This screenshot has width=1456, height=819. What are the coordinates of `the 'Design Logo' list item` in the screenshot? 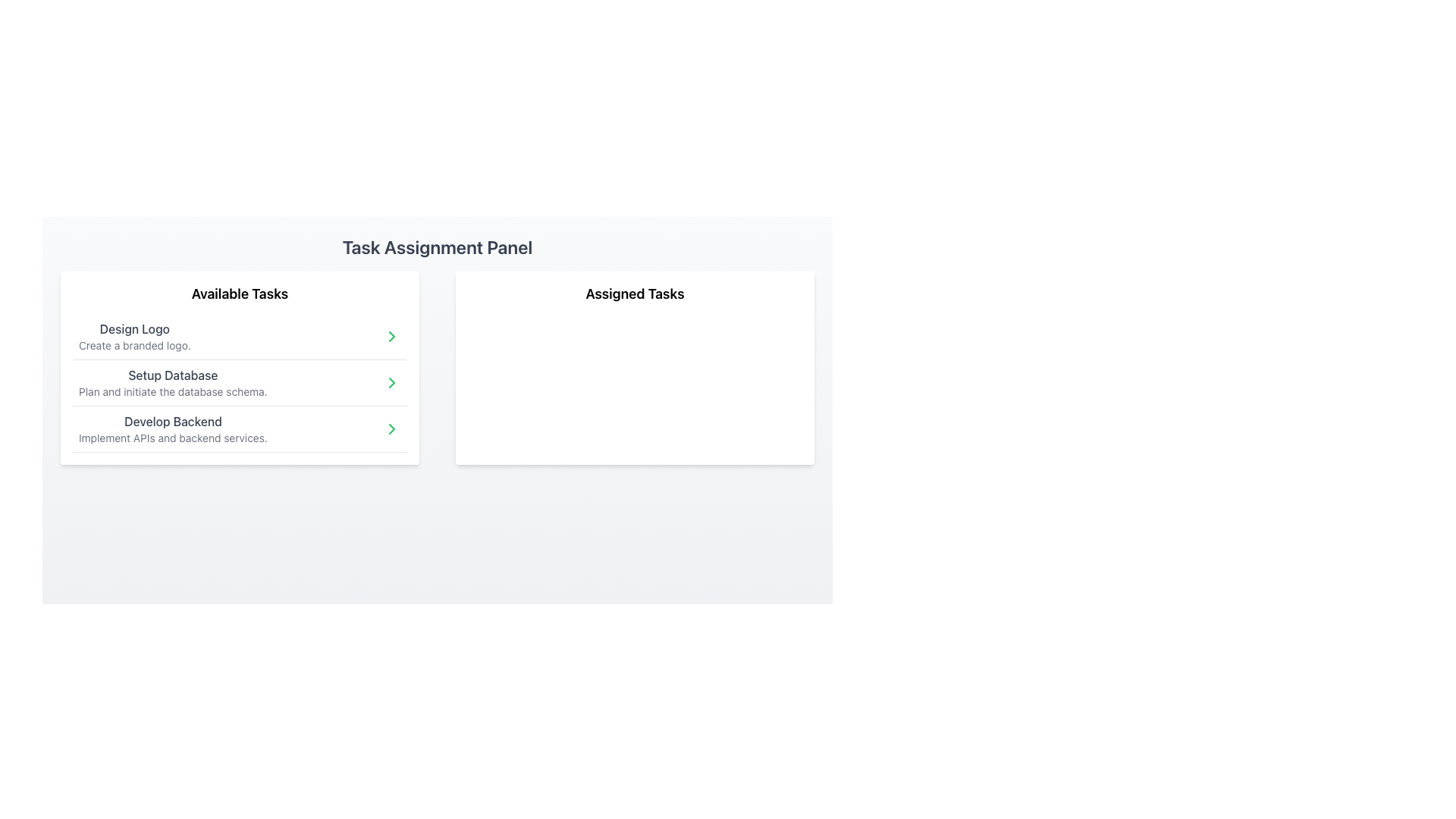 It's located at (239, 336).